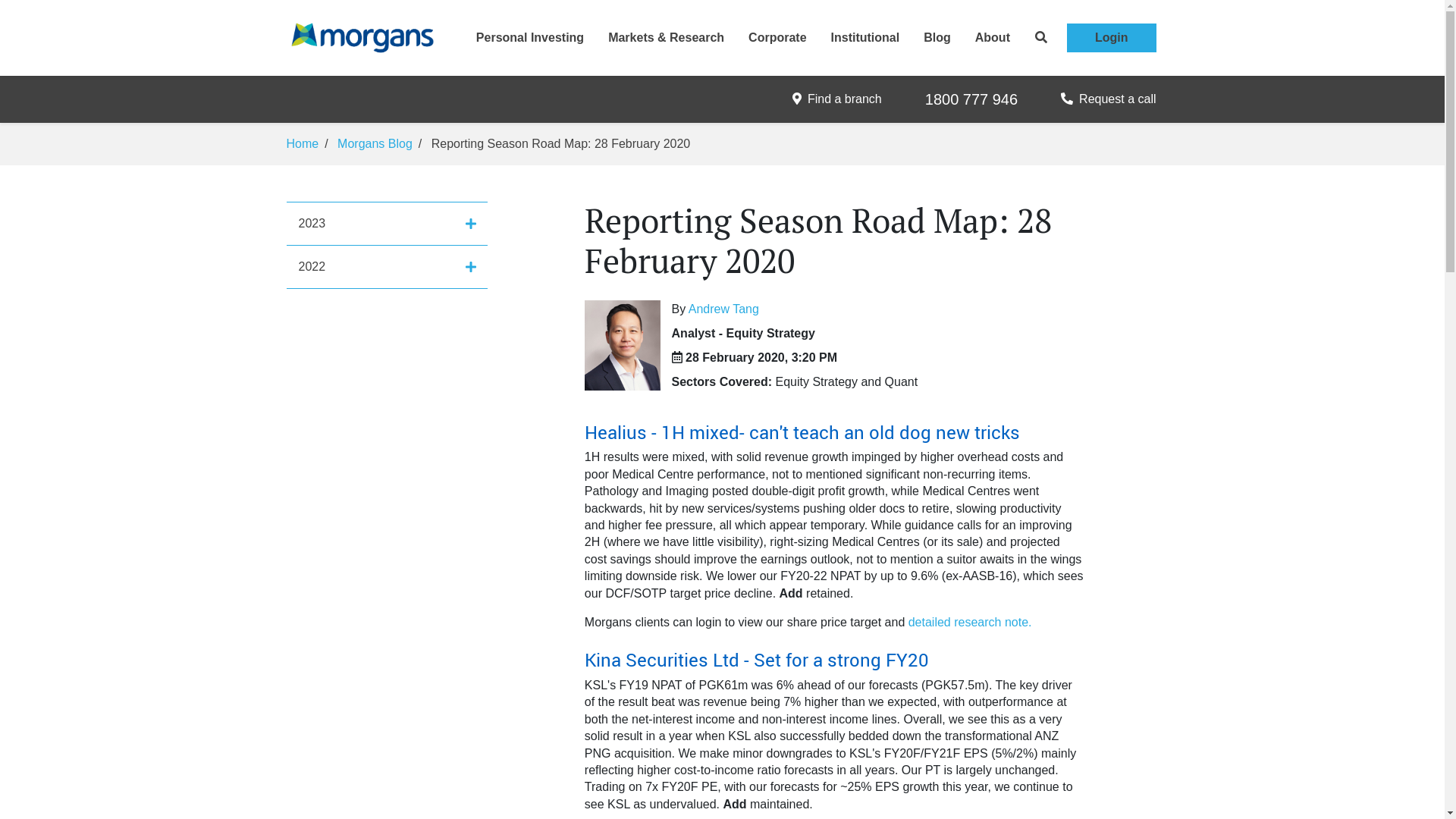 This screenshot has height=819, width=1456. What do you see at coordinates (836, 99) in the screenshot?
I see `'Find a branch'` at bounding box center [836, 99].